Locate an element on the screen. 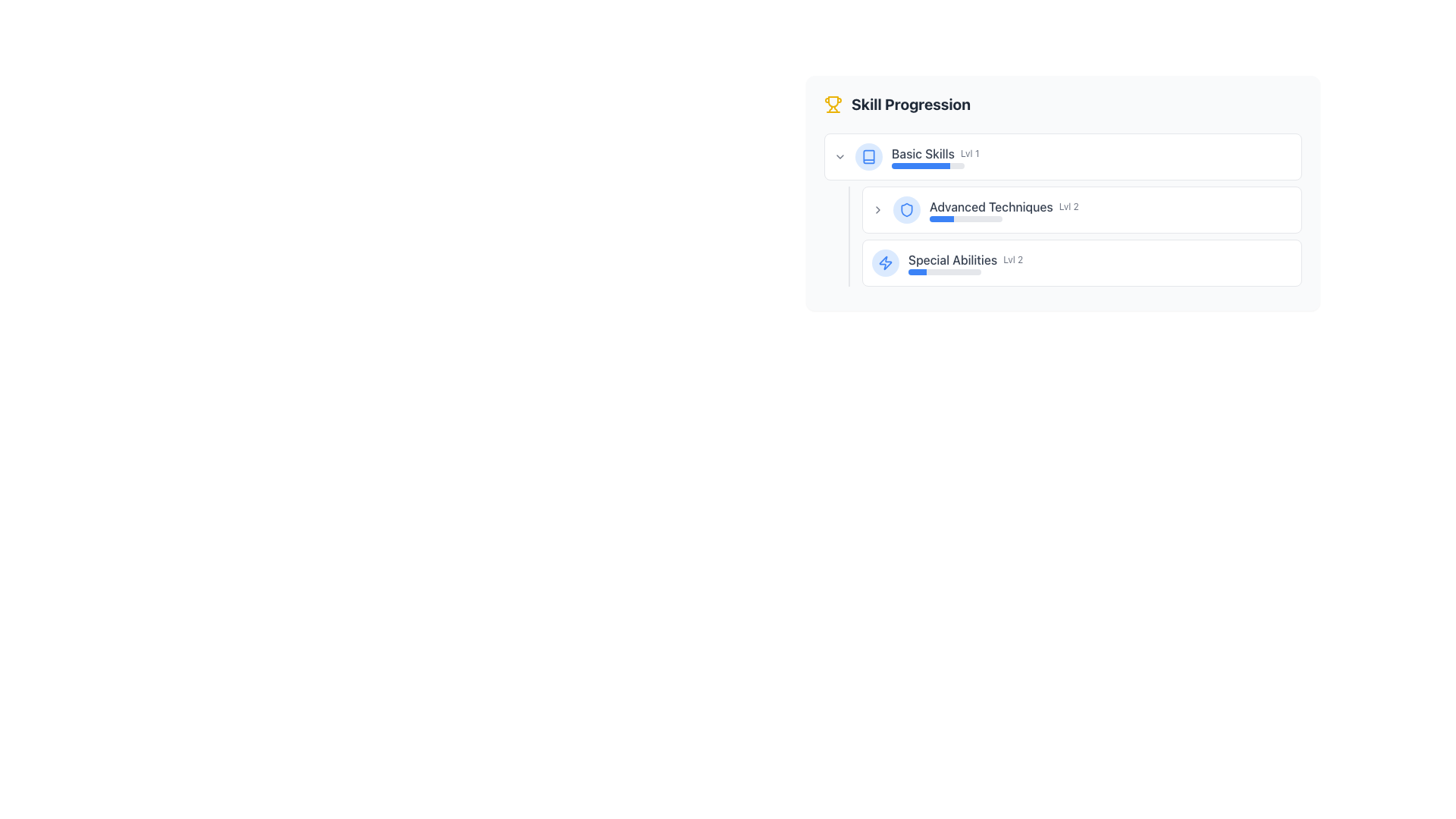 This screenshot has width=1456, height=819. the Progress bar located below the 'Special Abilities Lvl 2' text in the right-side section of the interface, which is part of the 'Special Abilities' item in the 'Skill Progression' list is located at coordinates (944, 271).